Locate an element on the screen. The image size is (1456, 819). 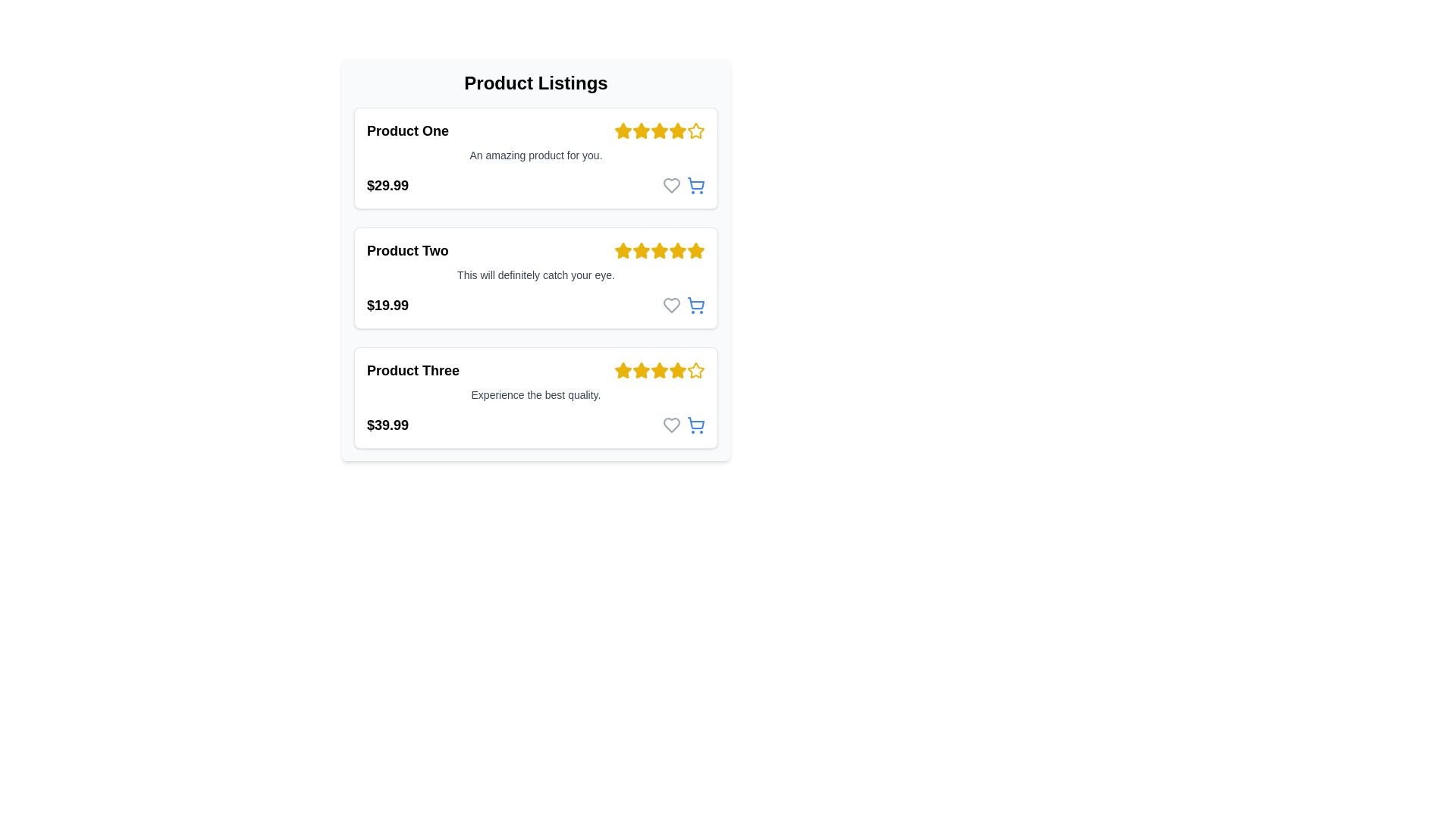
the heart icon in the topmost product card is located at coordinates (683, 185).